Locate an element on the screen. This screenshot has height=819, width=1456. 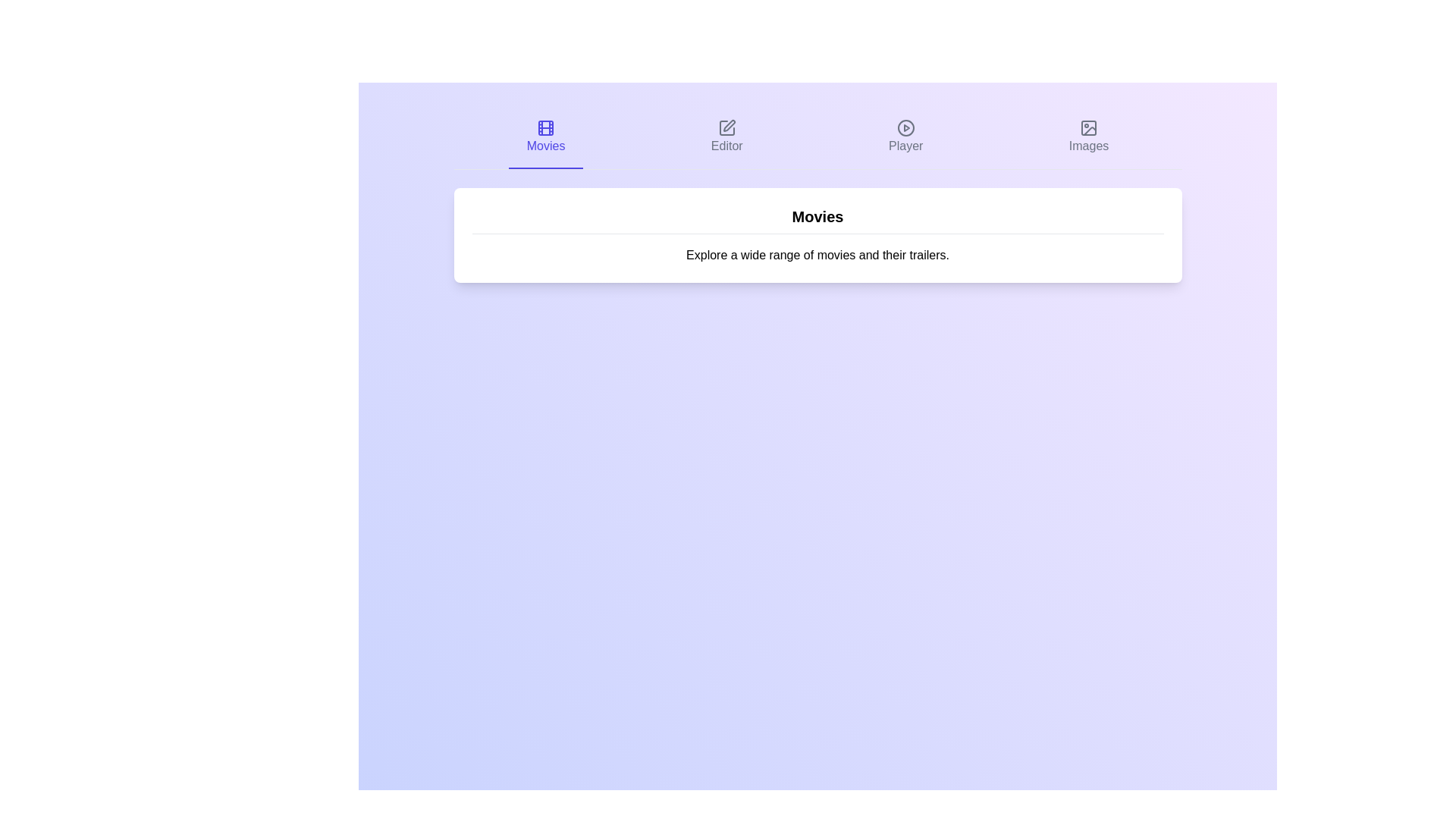
the Editor tab by clicking on it is located at coordinates (726, 137).